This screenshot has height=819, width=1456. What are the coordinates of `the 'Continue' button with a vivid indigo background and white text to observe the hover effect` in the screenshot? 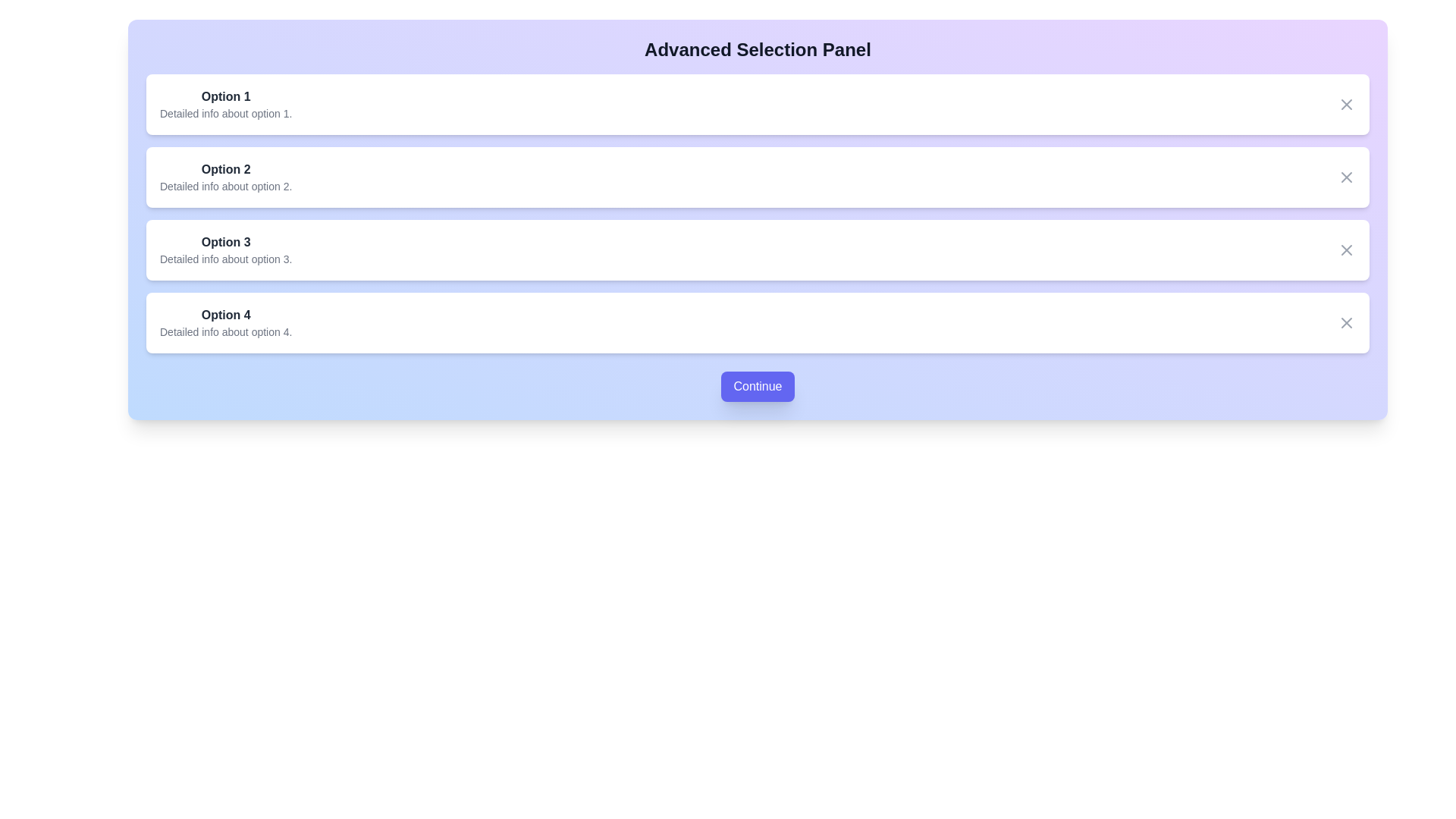 It's located at (758, 385).